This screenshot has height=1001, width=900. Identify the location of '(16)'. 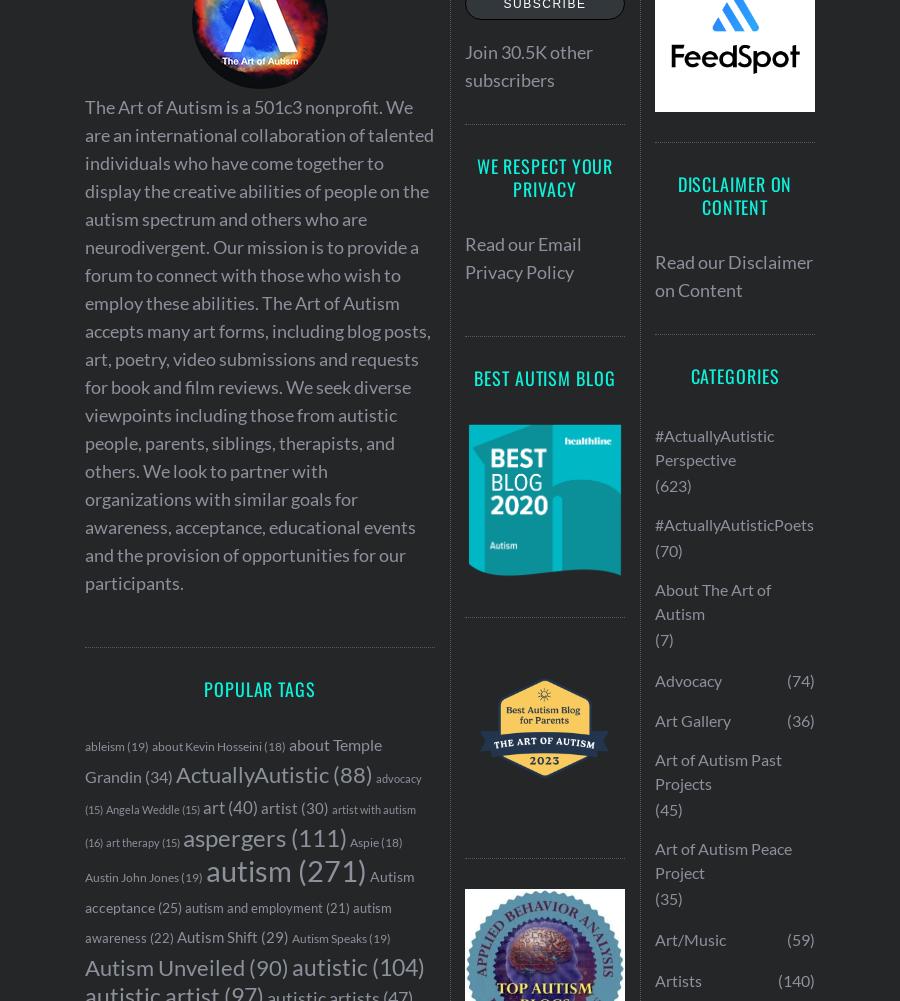
(92, 841).